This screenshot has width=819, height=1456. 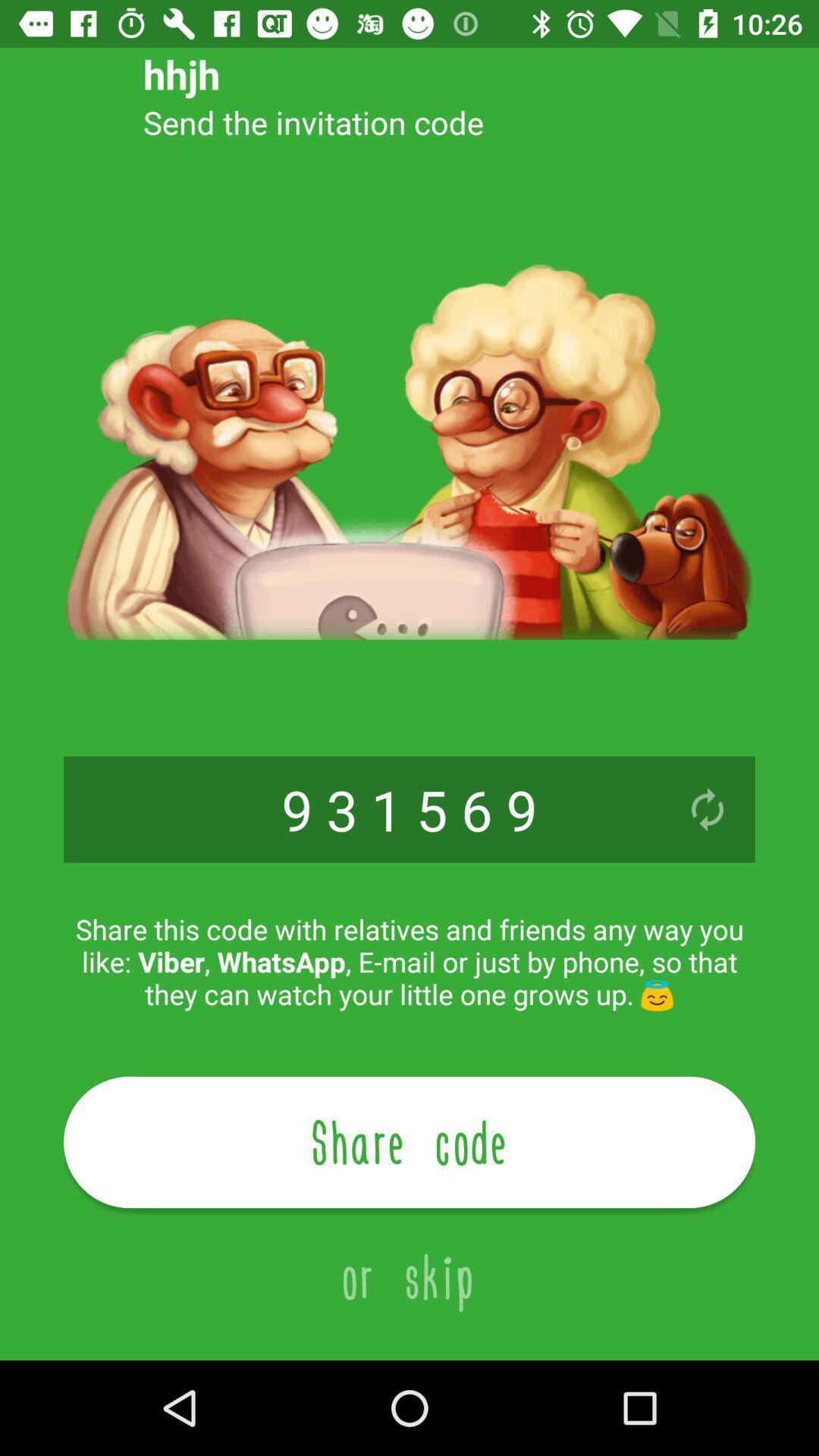 What do you see at coordinates (708, 808) in the screenshot?
I see `refresh` at bounding box center [708, 808].